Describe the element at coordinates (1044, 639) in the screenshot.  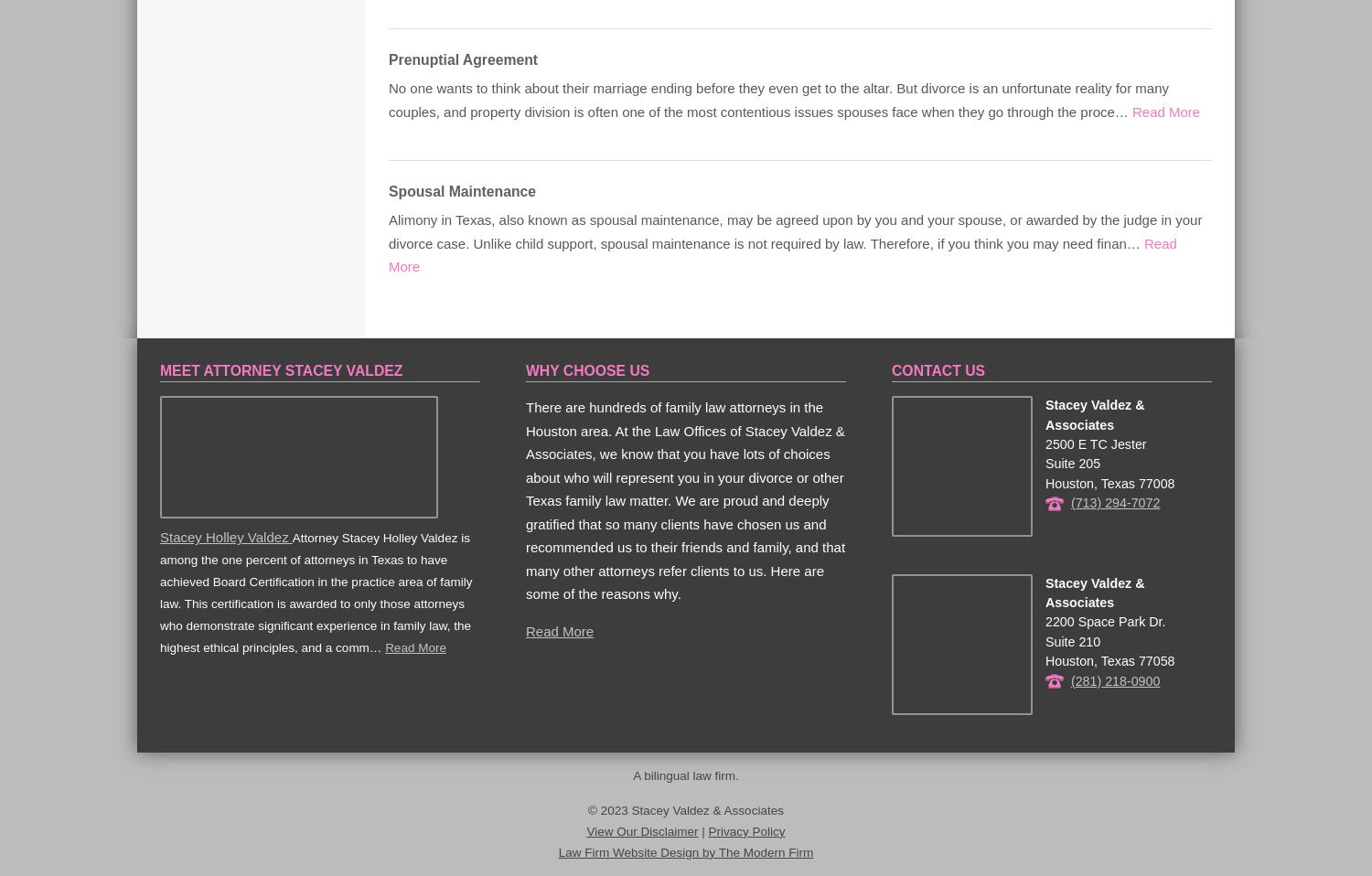
I see `'Suite 210'` at that location.